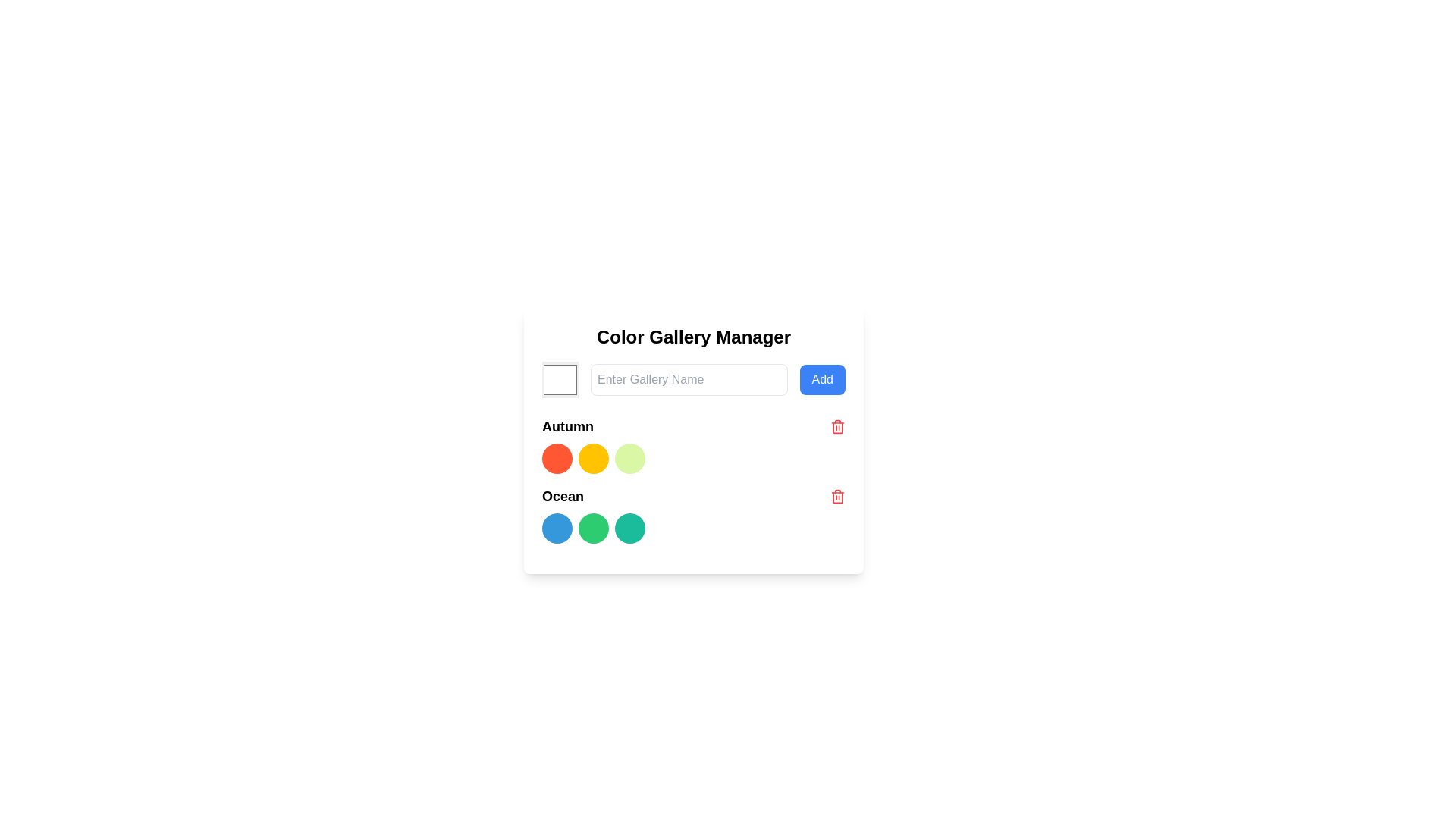 The width and height of the screenshot is (1456, 819). Describe the element at coordinates (566, 427) in the screenshot. I see `the bold text label displaying 'Autumn'` at that location.